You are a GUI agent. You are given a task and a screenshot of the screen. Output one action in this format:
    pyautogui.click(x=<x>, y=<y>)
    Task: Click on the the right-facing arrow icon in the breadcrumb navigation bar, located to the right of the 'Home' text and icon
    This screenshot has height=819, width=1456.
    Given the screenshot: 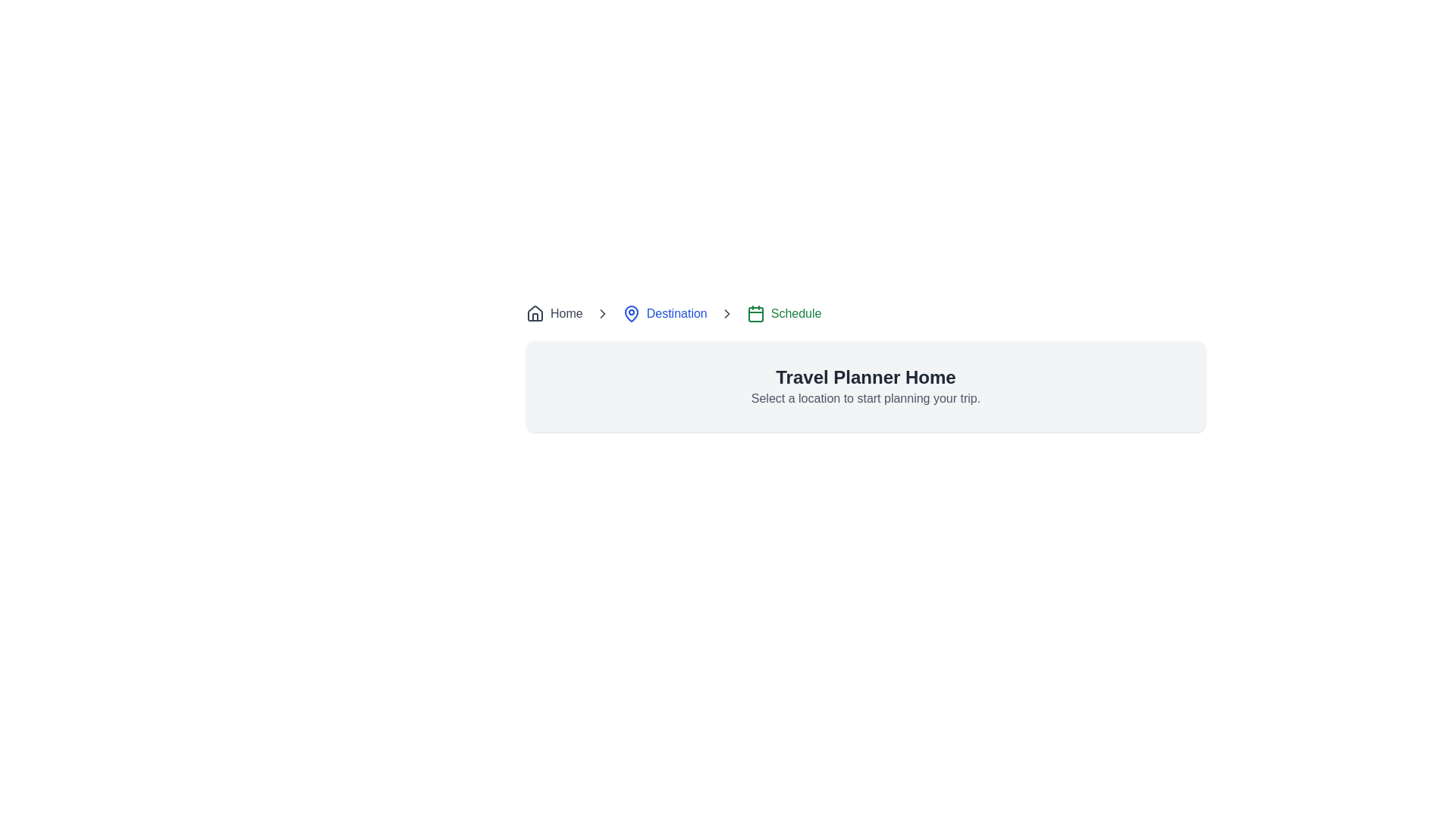 What is the action you would take?
    pyautogui.click(x=726, y=312)
    